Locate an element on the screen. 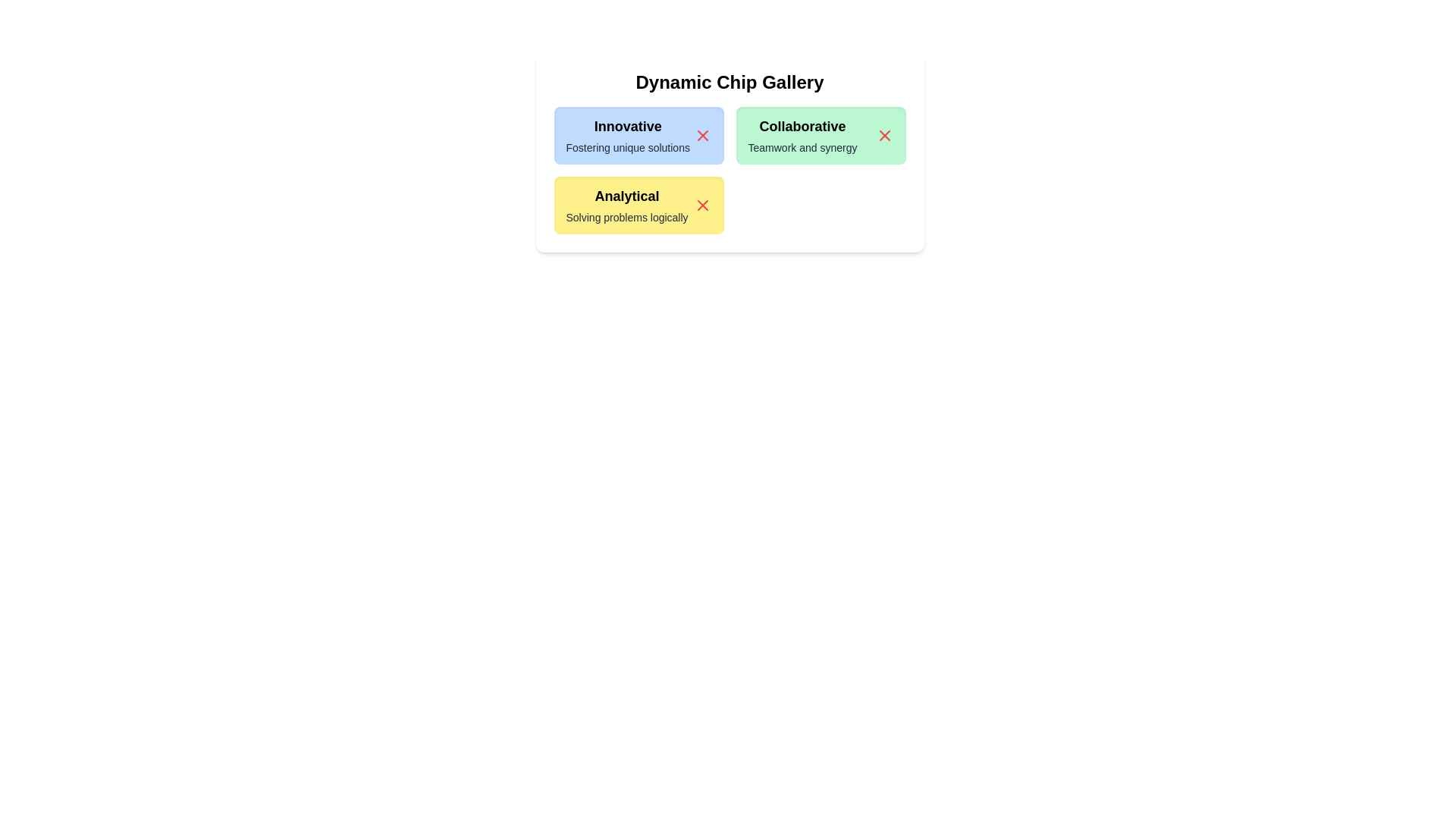  the title text of the chip labeled Analytical is located at coordinates (626, 195).